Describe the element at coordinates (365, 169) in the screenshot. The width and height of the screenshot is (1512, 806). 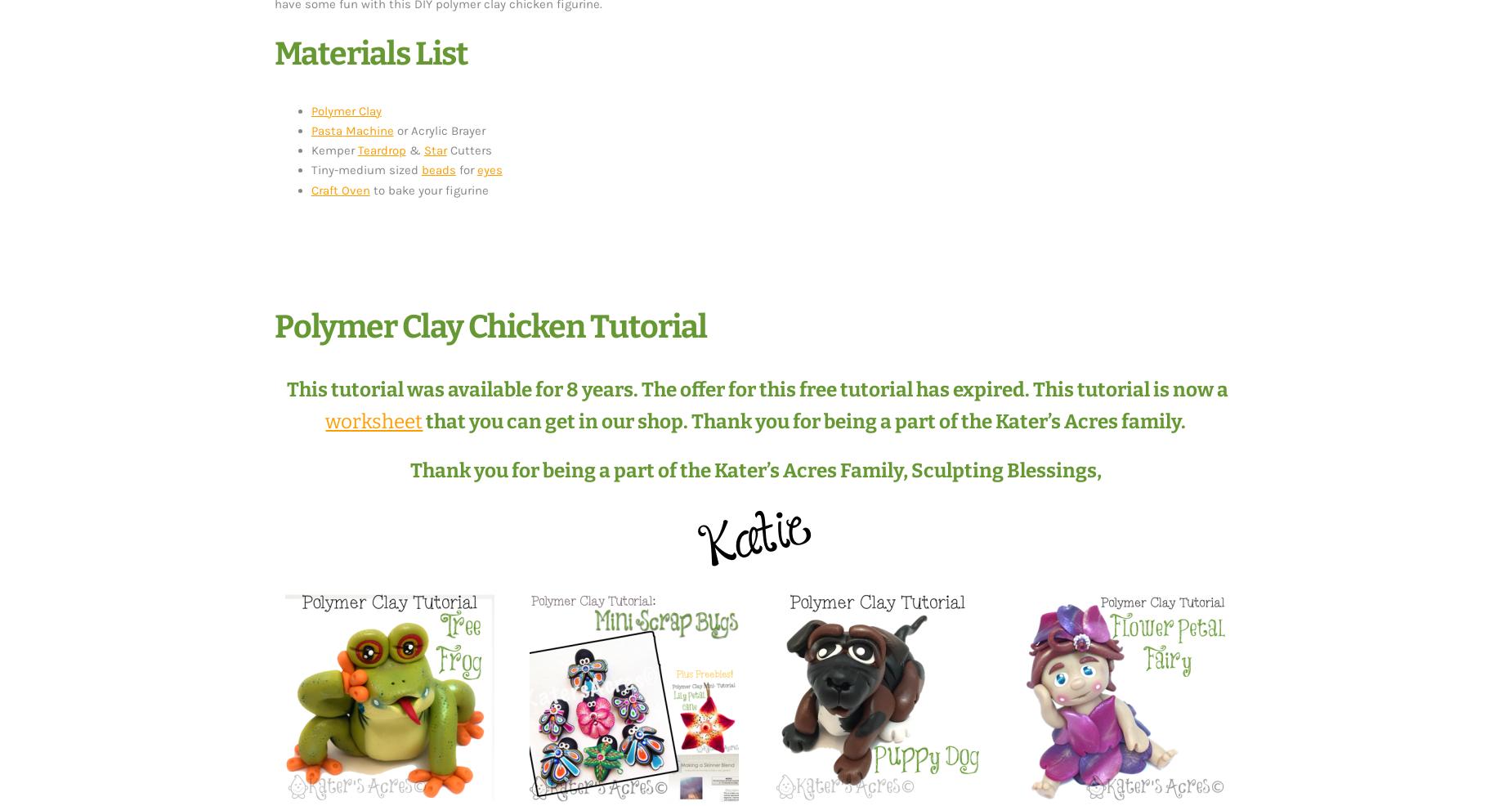
I see `'Tiny-medium sized'` at that location.